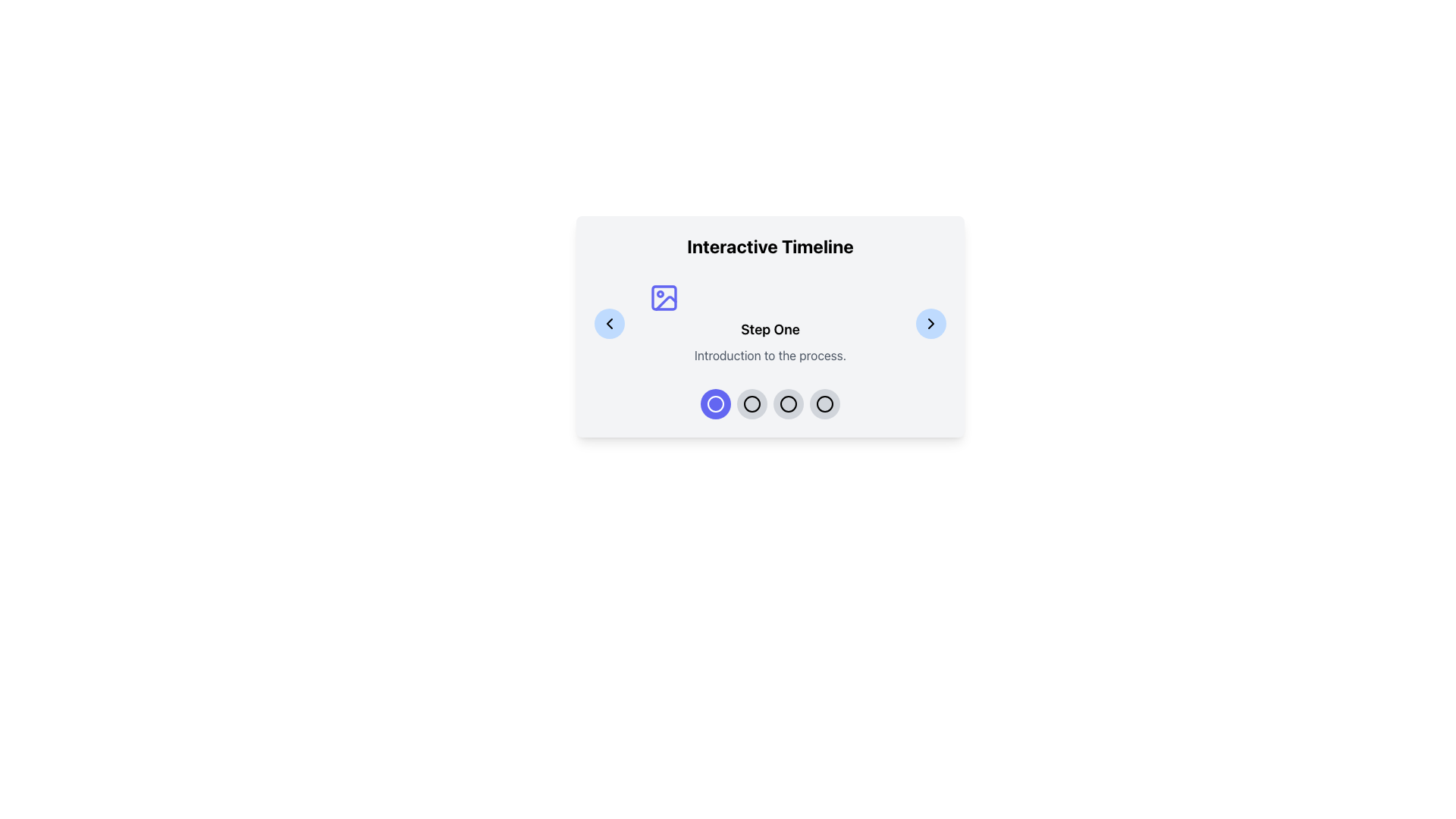 The image size is (1456, 819). What do you see at coordinates (610, 323) in the screenshot?
I see `the circular button containing a left-facing chevron SVG icon for navigation, located to the left of the navigation buttons` at bounding box center [610, 323].